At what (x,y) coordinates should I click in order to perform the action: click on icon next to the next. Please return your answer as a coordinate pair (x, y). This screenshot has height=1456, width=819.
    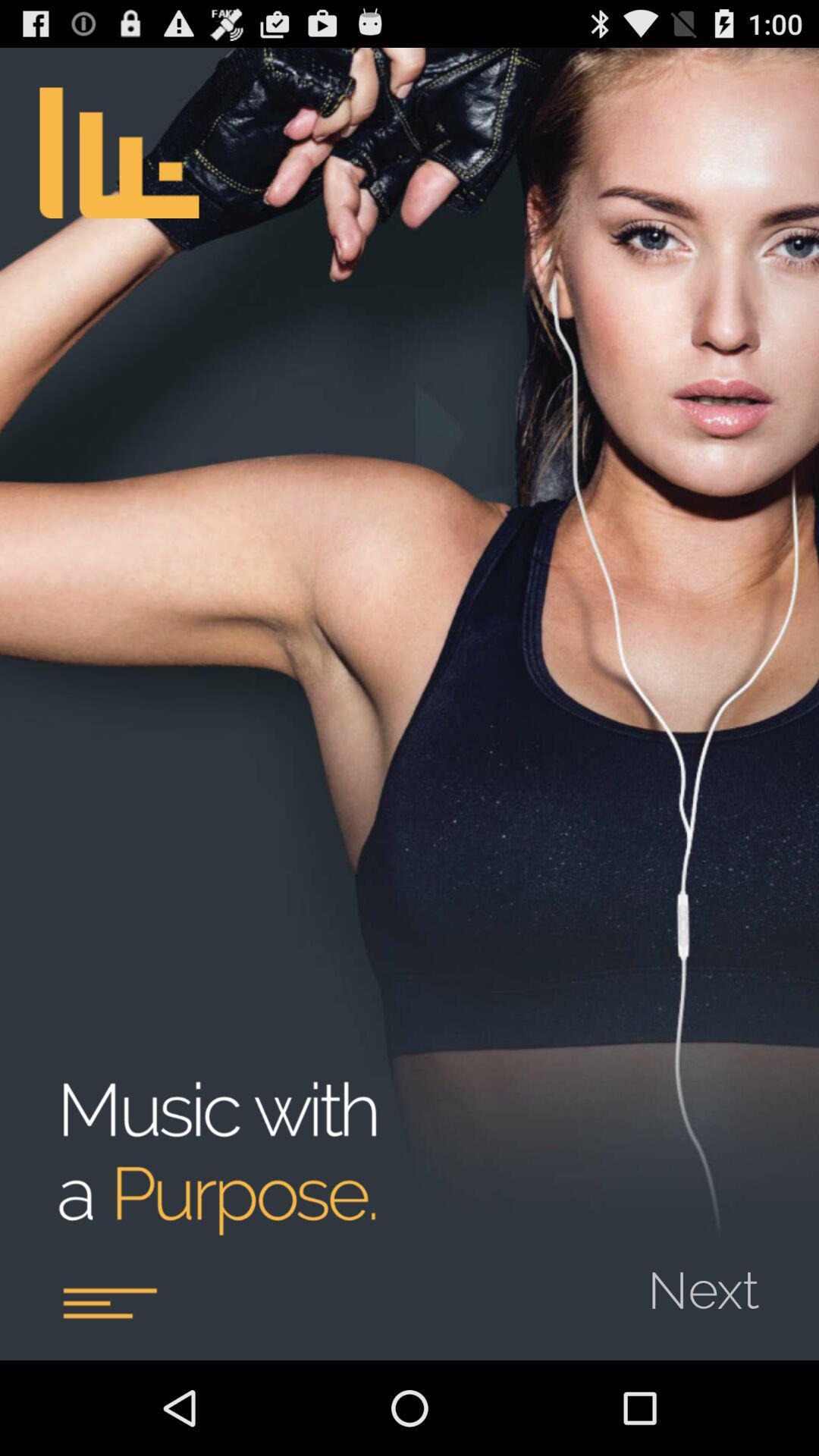
    Looking at the image, I should click on (108, 1302).